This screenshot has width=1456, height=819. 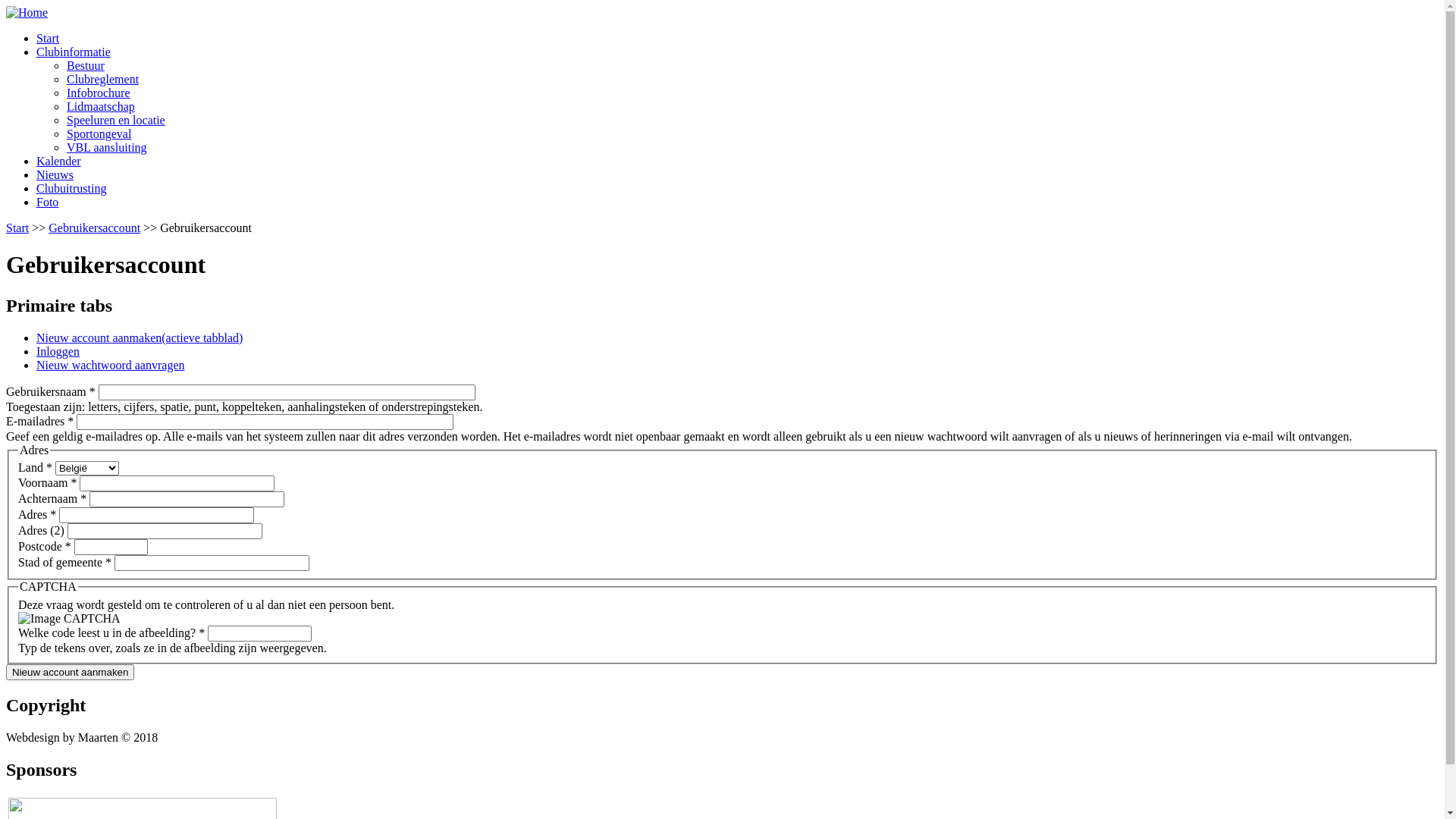 I want to click on 'Image CAPTCHA', so click(x=18, y=619).